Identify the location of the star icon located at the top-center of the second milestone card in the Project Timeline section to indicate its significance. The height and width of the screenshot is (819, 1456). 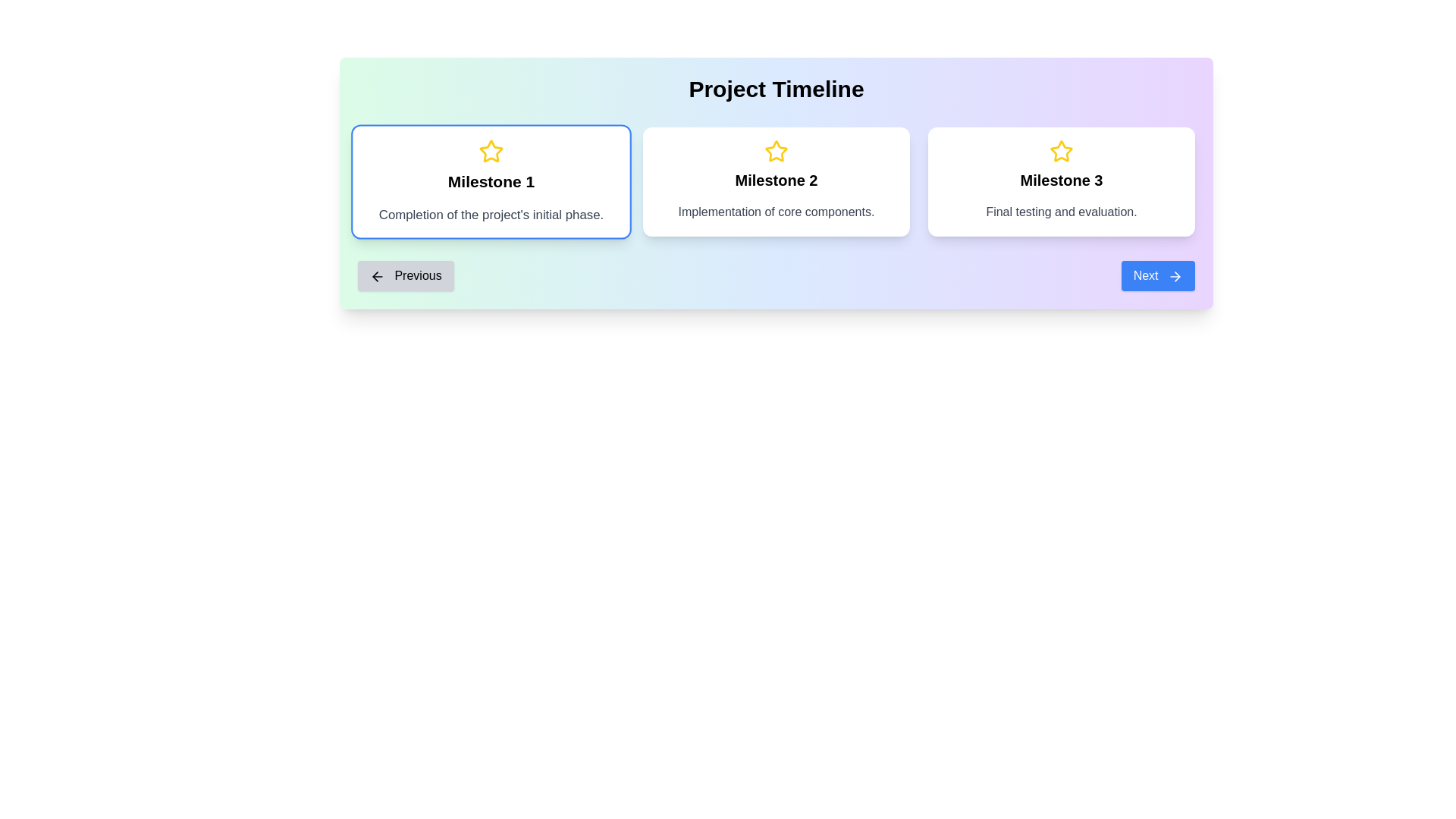
(776, 152).